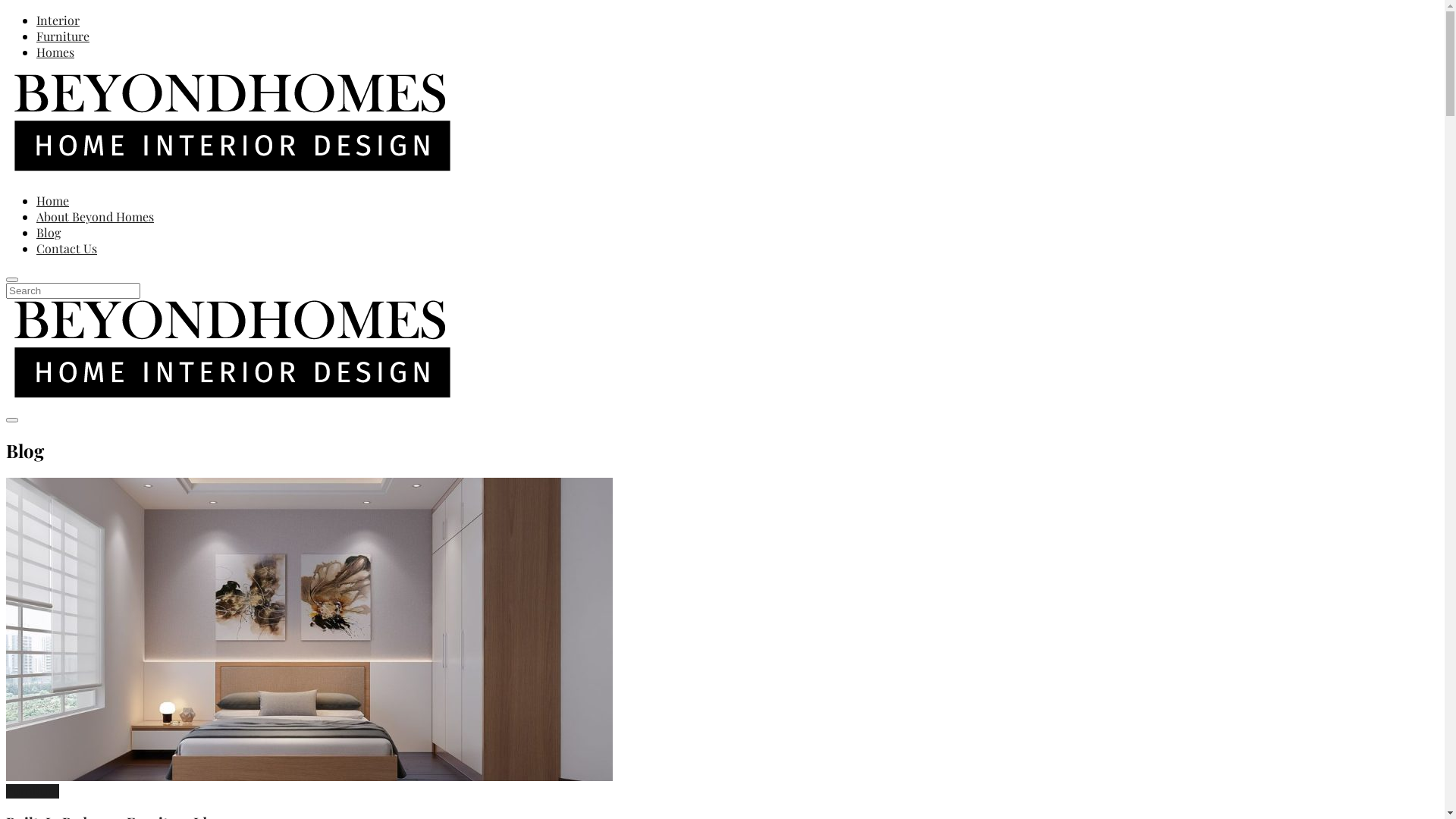 This screenshot has height=819, width=1456. Describe the element at coordinates (58, 20) in the screenshot. I see `'Interior'` at that location.